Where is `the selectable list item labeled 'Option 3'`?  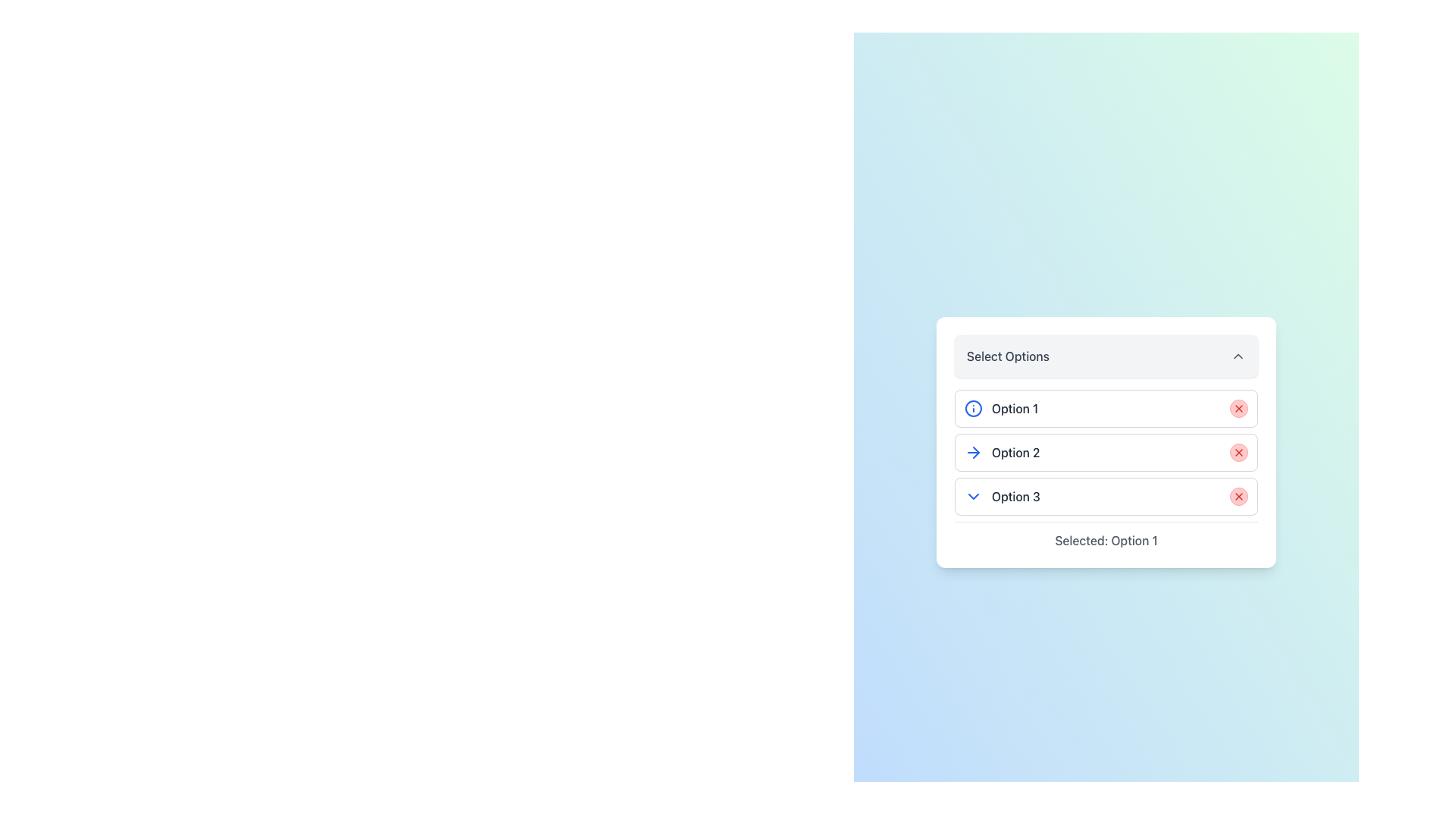 the selectable list item labeled 'Option 3' is located at coordinates (1002, 496).